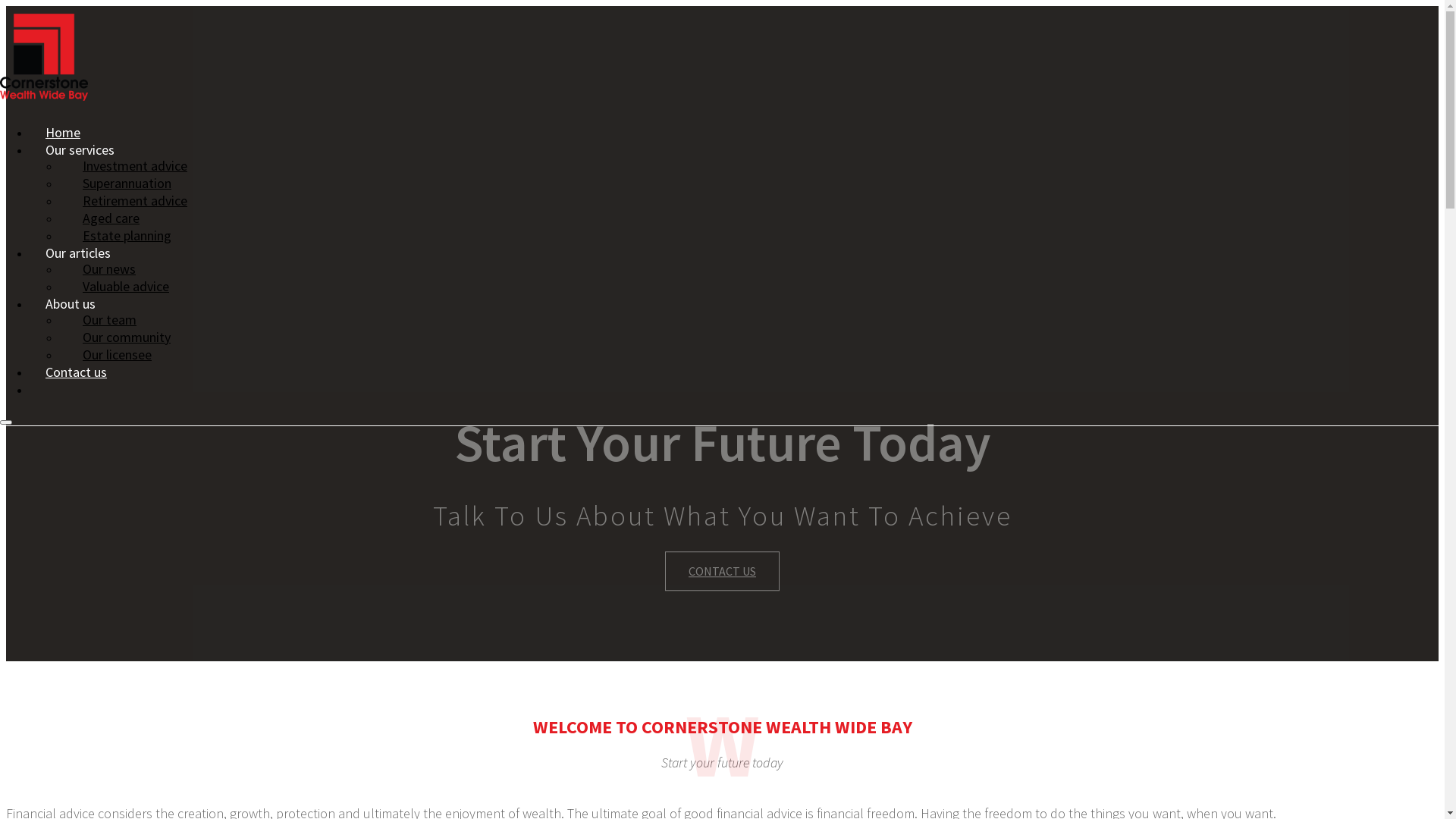 This screenshot has width=1456, height=819. Describe the element at coordinates (108, 318) in the screenshot. I see `'Our team'` at that location.